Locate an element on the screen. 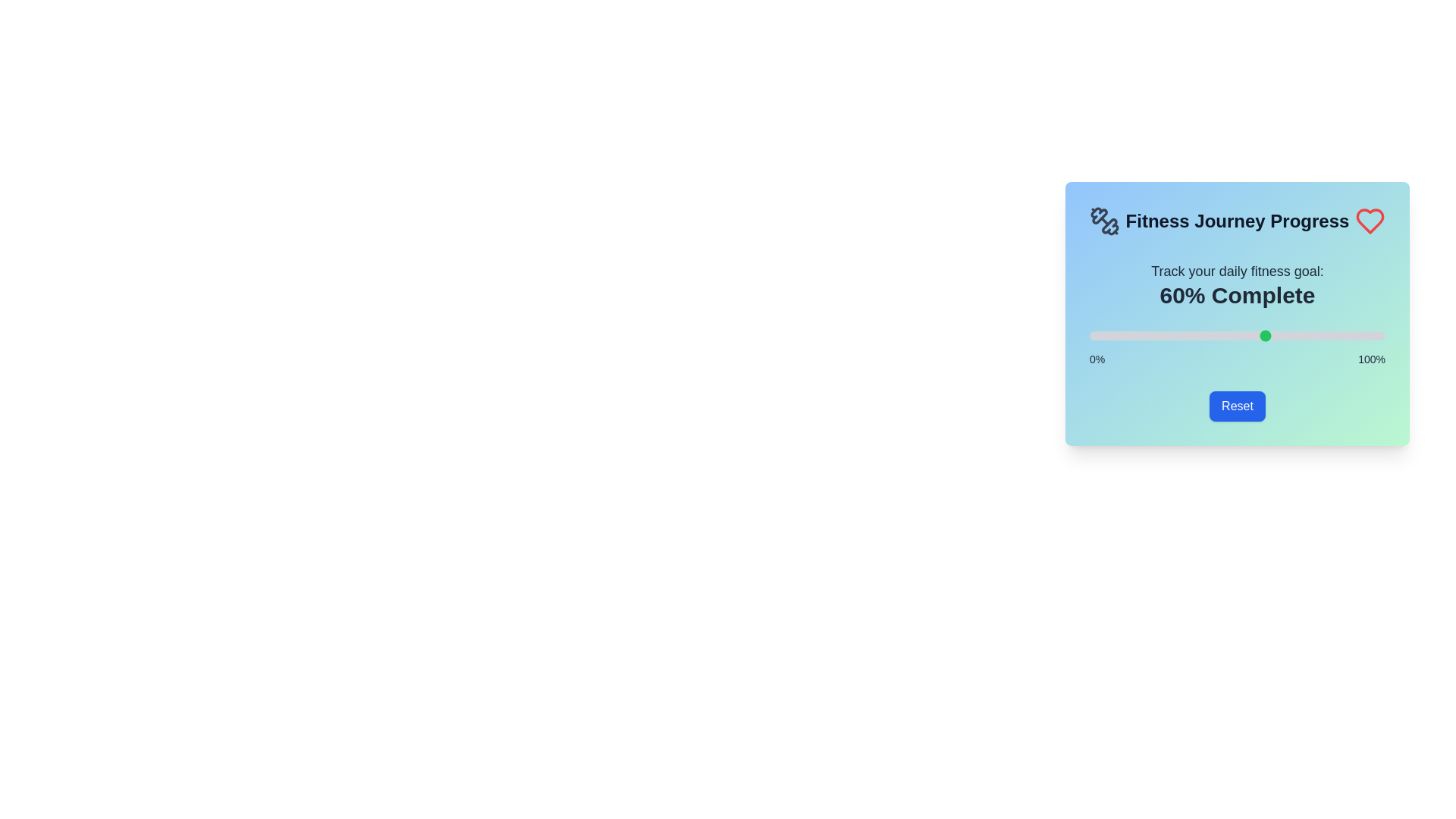 The height and width of the screenshot is (819, 1456). the Reset button to set the progress back to 0% is located at coordinates (1238, 406).